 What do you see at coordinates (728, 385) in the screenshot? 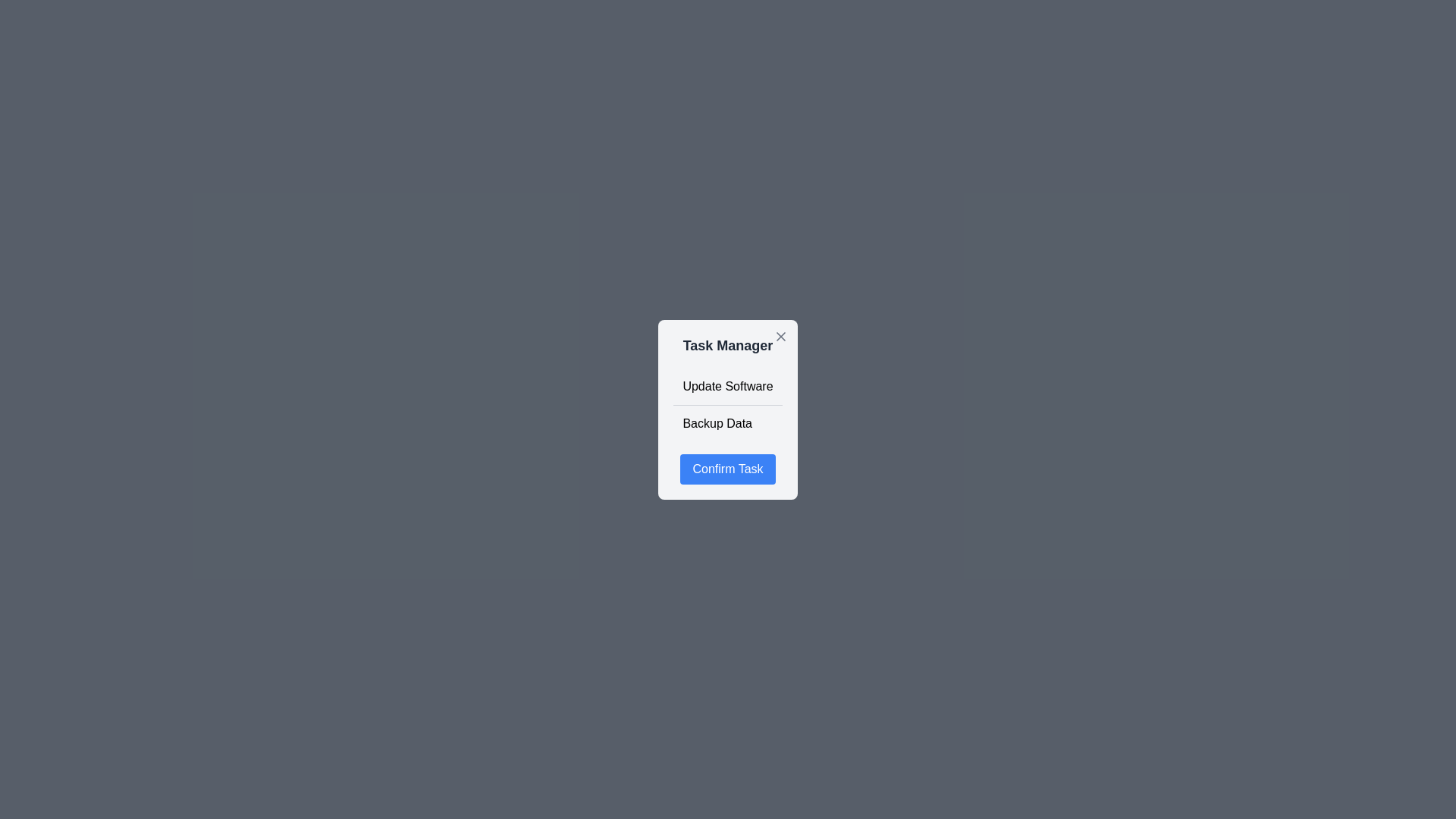
I see `the task Update Software from the list` at bounding box center [728, 385].